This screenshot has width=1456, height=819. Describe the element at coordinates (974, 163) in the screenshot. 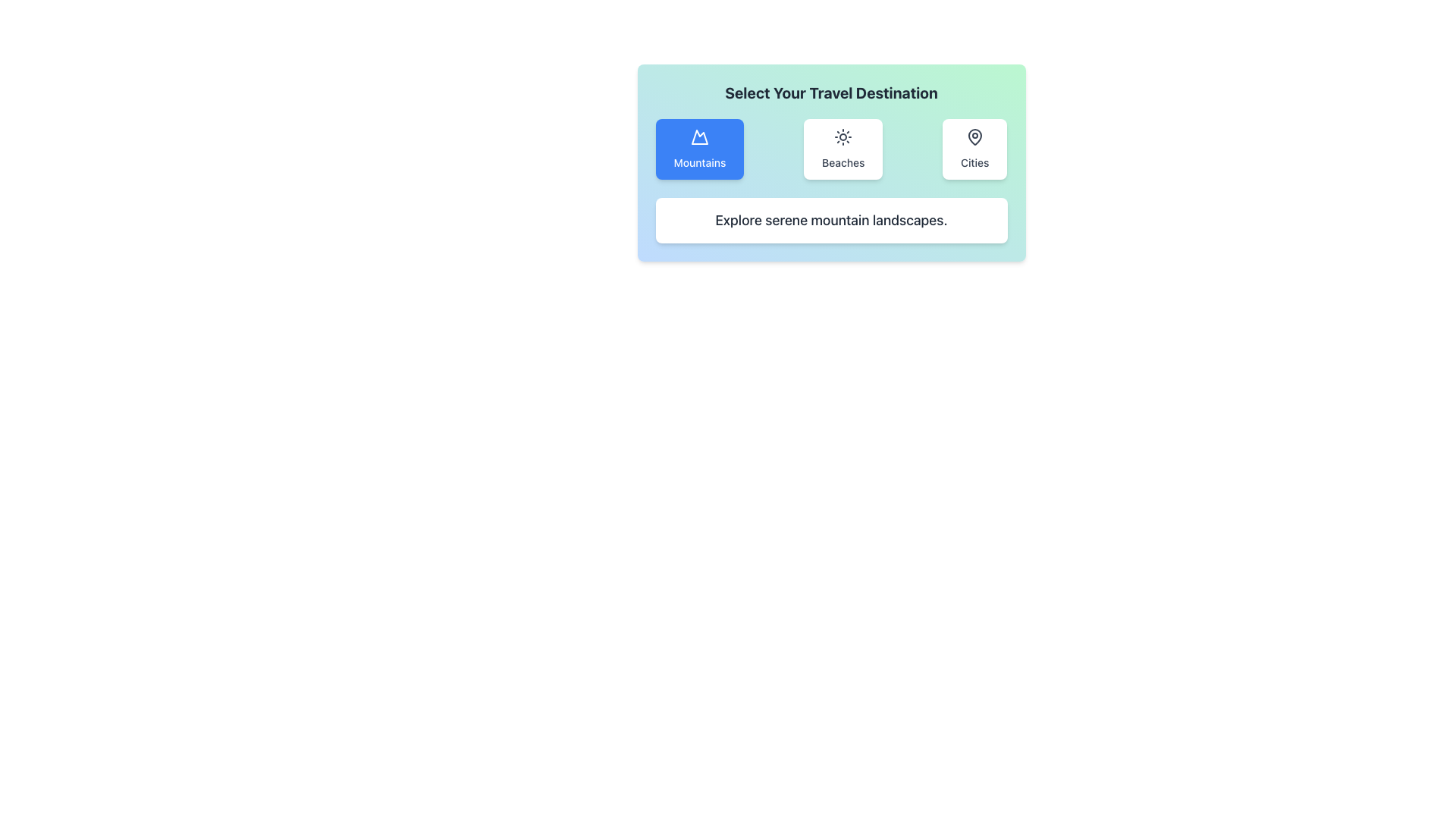

I see `the 'Cities' text label, which is a dark gray label beneath a map pin icon in a rounded rectangular button on the right side of a row with buttons for 'Mountains' and 'Beaches'` at that location.